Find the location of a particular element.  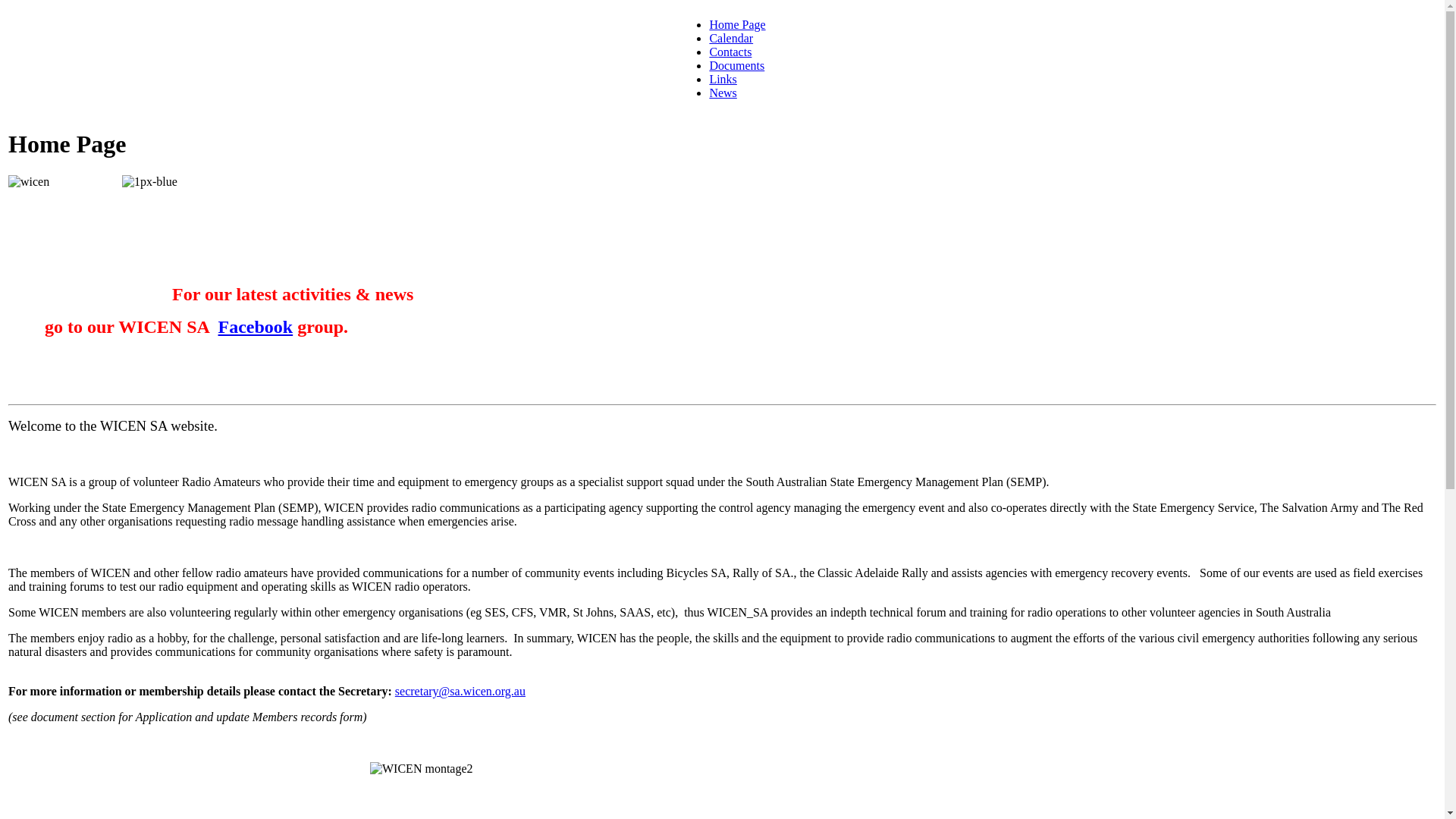

'Links' is located at coordinates (722, 79).